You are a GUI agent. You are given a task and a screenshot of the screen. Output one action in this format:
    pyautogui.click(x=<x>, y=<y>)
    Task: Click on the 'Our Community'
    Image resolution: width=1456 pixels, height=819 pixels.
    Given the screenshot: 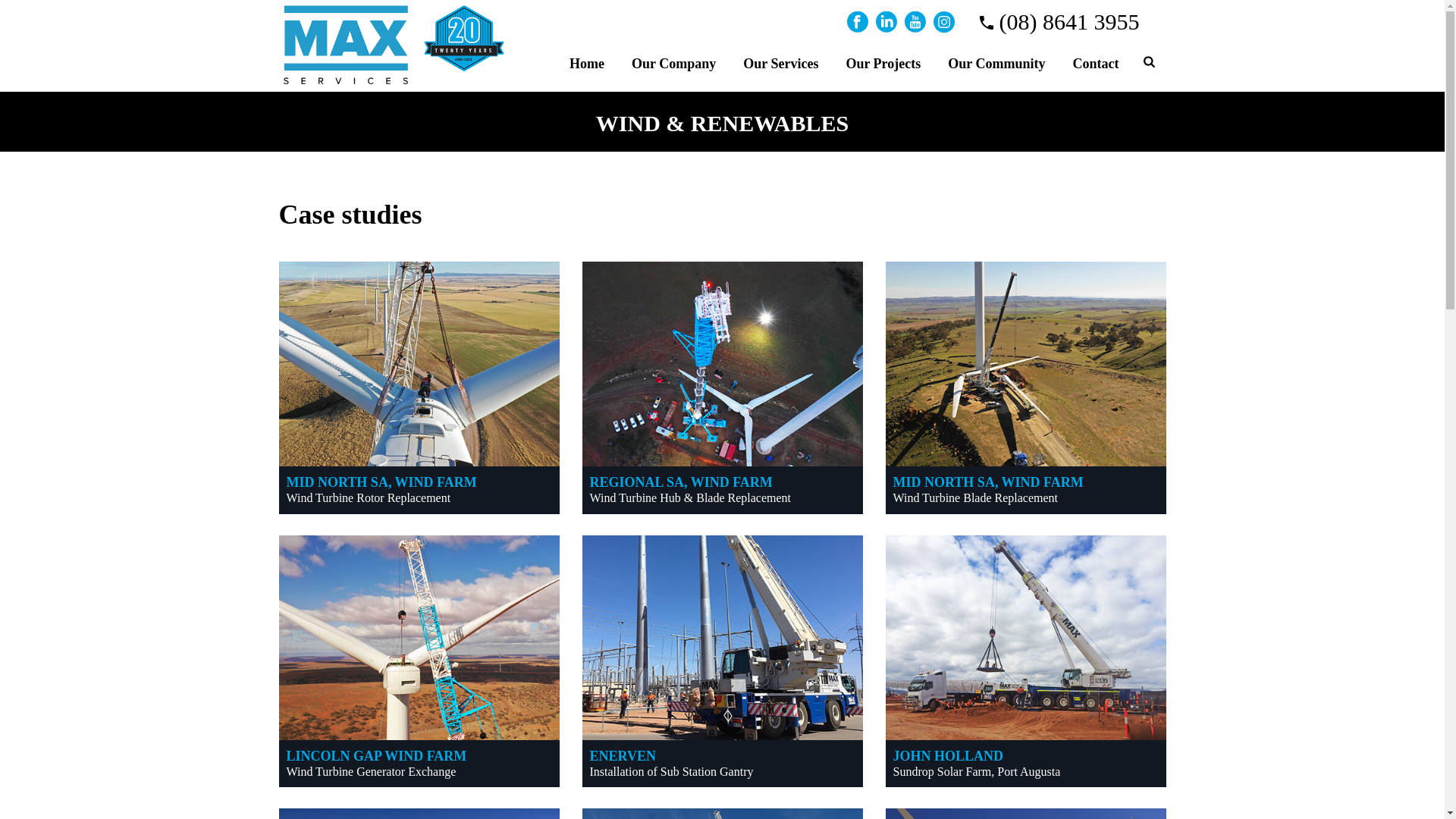 What is the action you would take?
    pyautogui.click(x=996, y=61)
    